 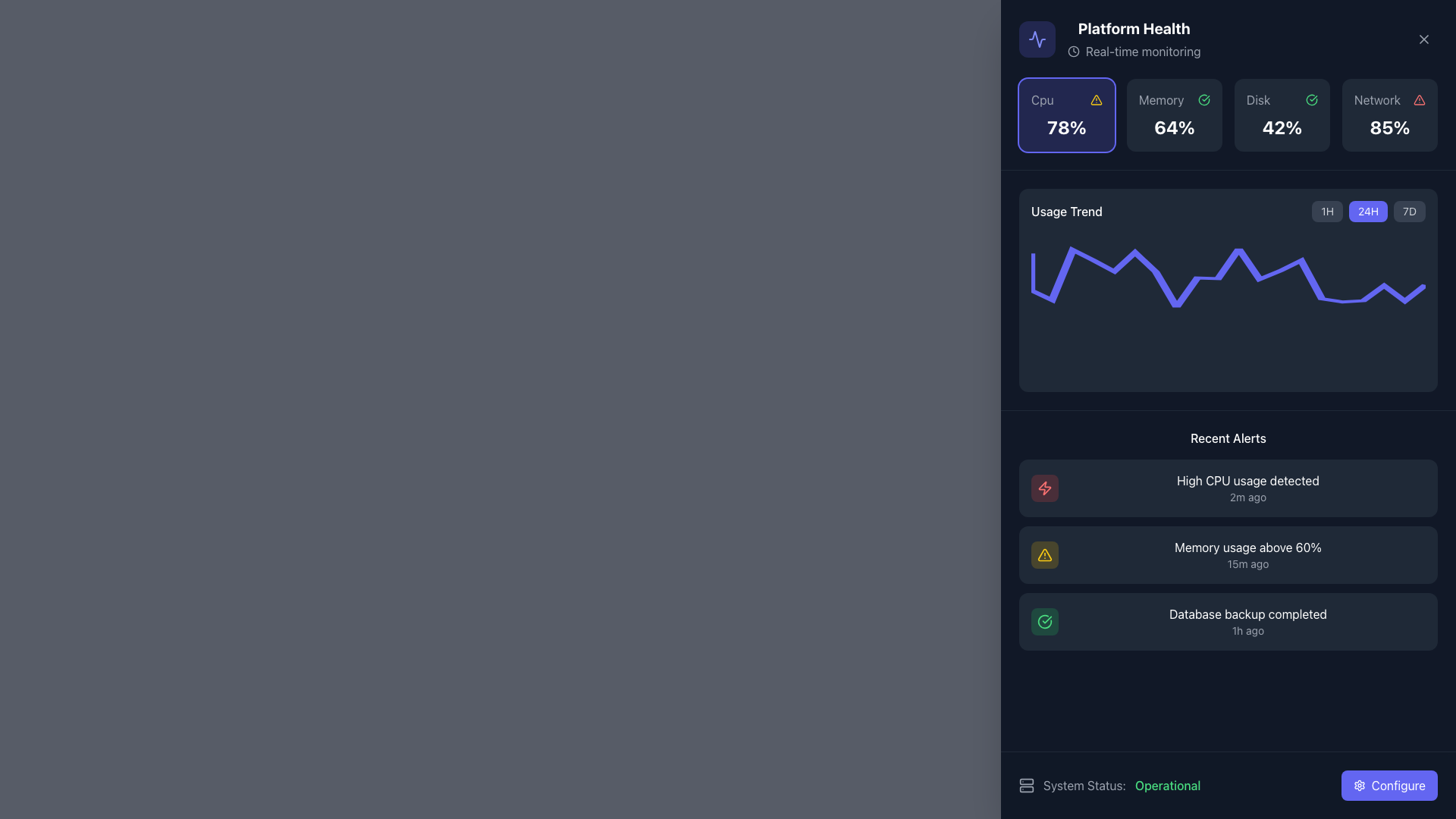 What do you see at coordinates (1084, 785) in the screenshot?
I see `the text label reading 'System Status:' styled in gray, located near the bottom-right area of the interface, adjacent to the 'Operational' text` at bounding box center [1084, 785].